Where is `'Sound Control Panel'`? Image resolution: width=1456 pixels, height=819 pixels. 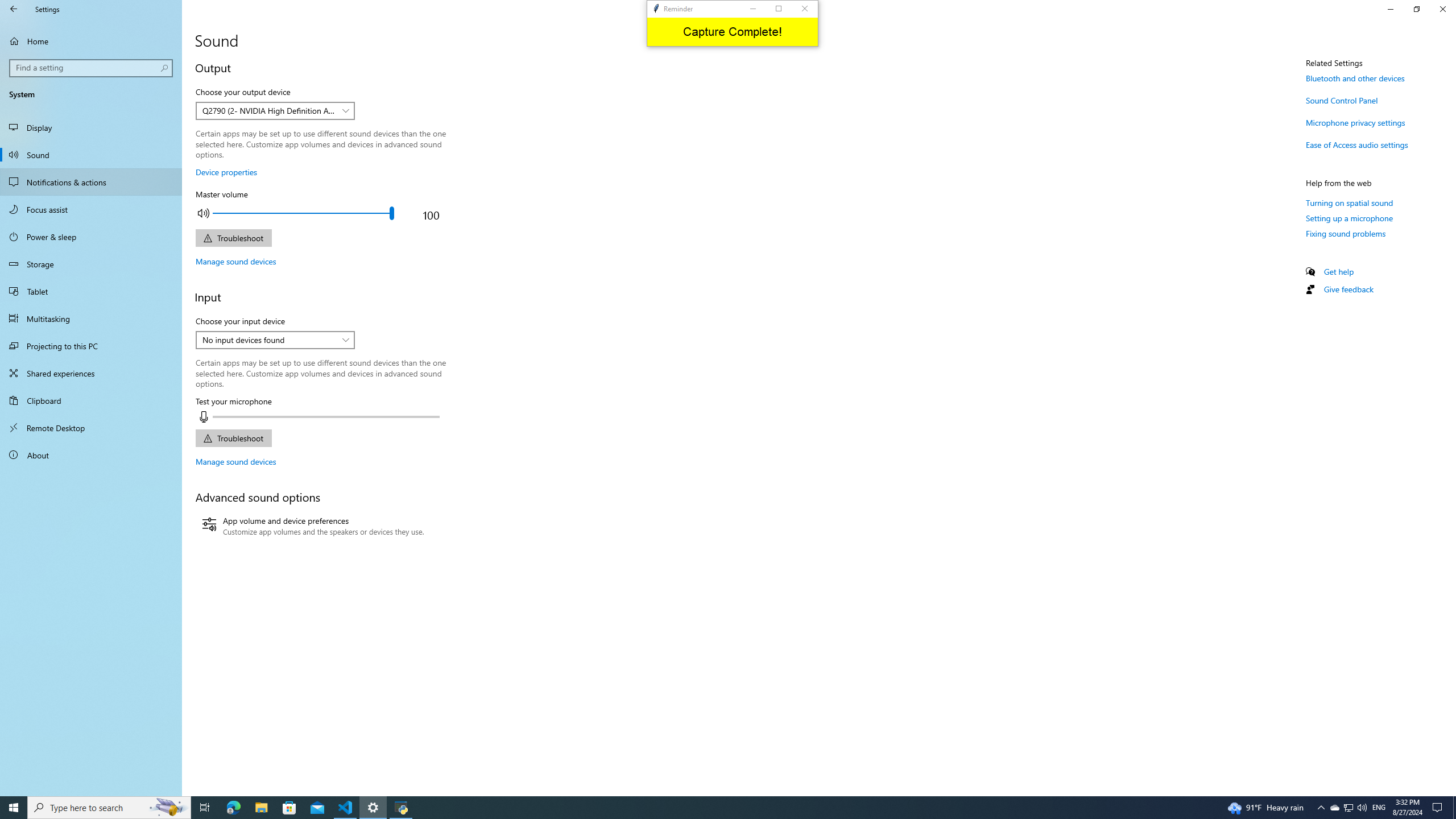
'Sound Control Panel' is located at coordinates (1342, 100).